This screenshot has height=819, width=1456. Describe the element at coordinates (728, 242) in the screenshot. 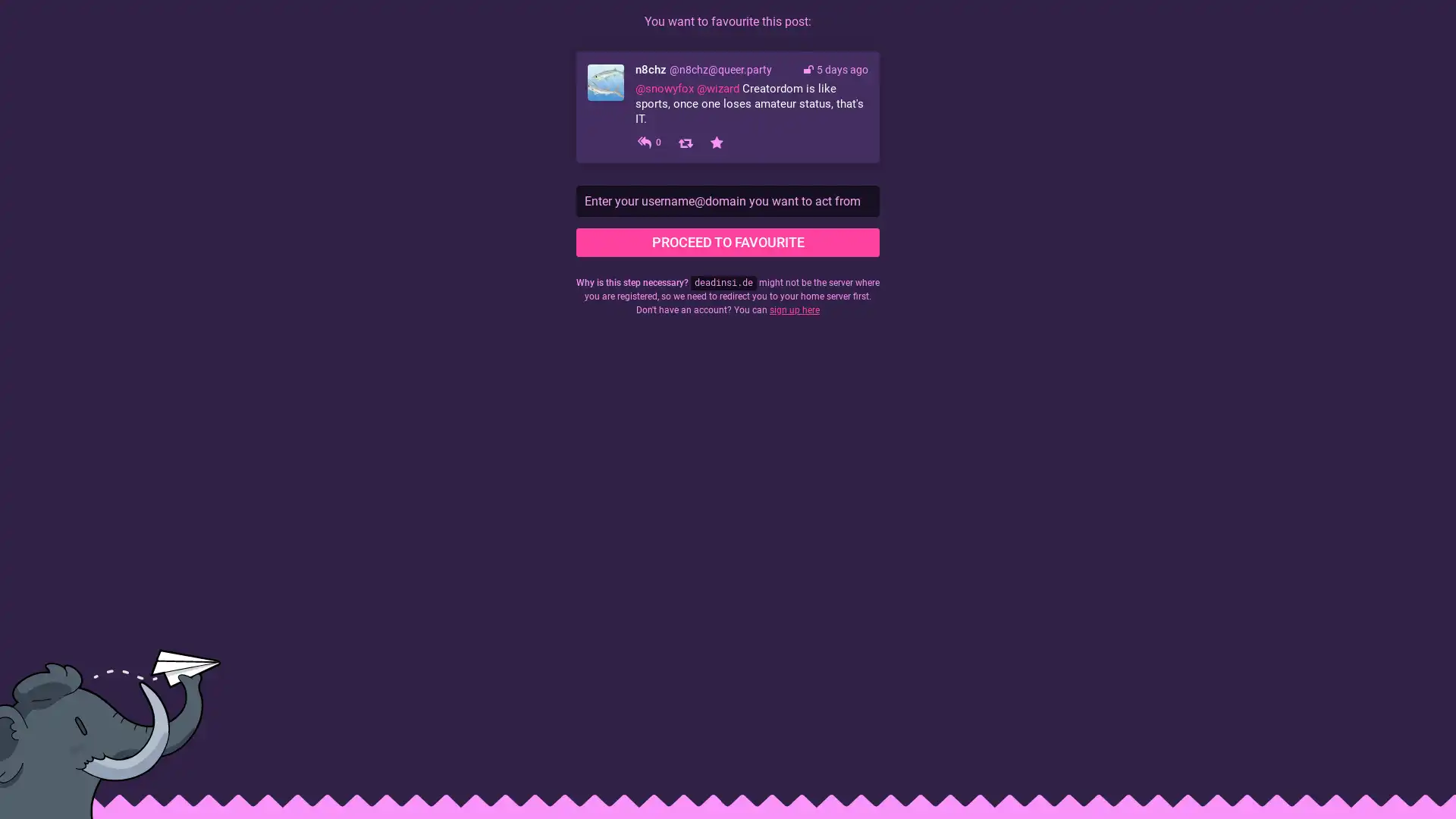

I see `PROCEED TO FAVOURITE` at that location.